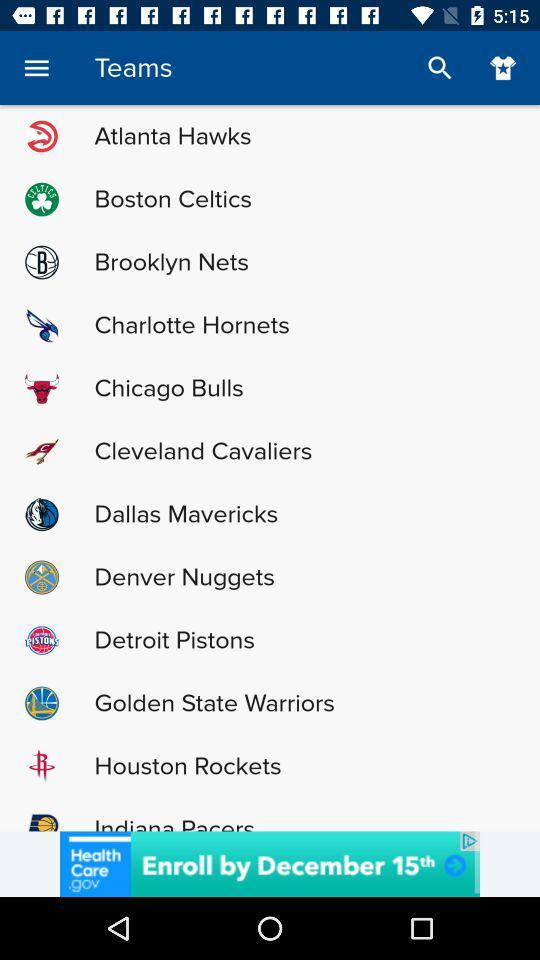 The image size is (540, 960). I want to click on the search icon, so click(440, 68).